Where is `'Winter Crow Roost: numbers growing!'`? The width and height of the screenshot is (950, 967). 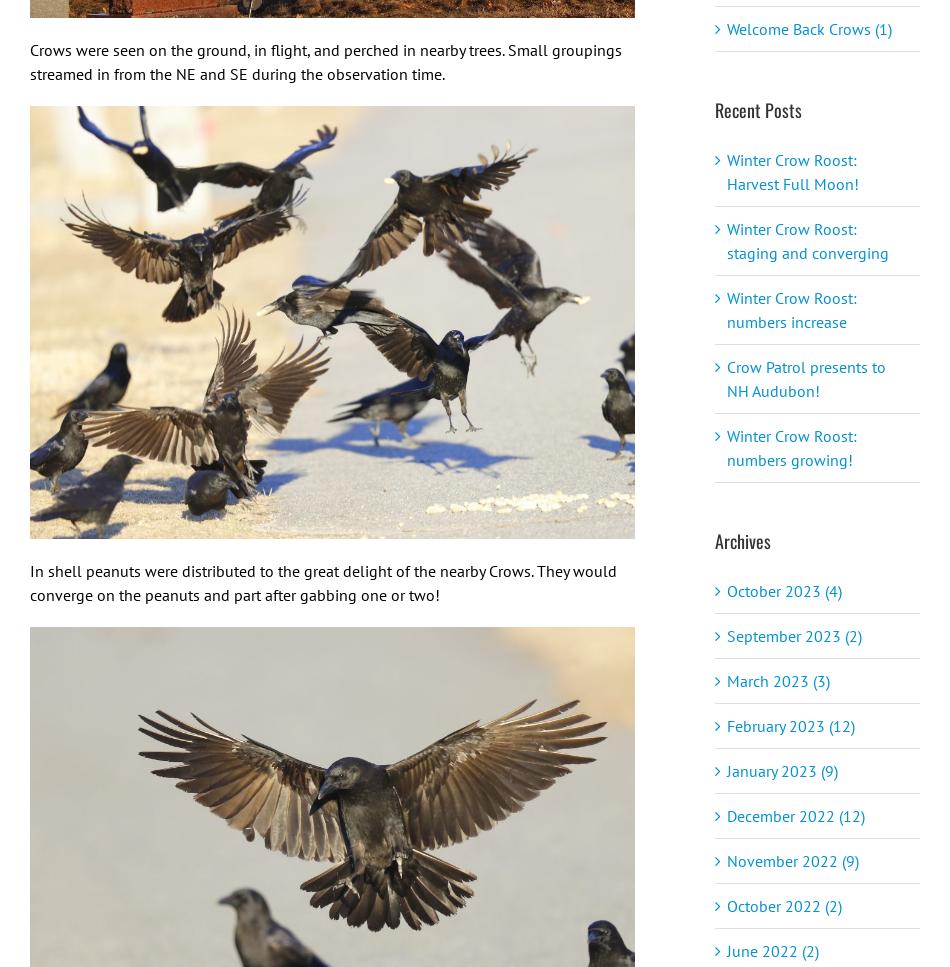 'Winter Crow Roost: numbers growing!' is located at coordinates (791, 447).